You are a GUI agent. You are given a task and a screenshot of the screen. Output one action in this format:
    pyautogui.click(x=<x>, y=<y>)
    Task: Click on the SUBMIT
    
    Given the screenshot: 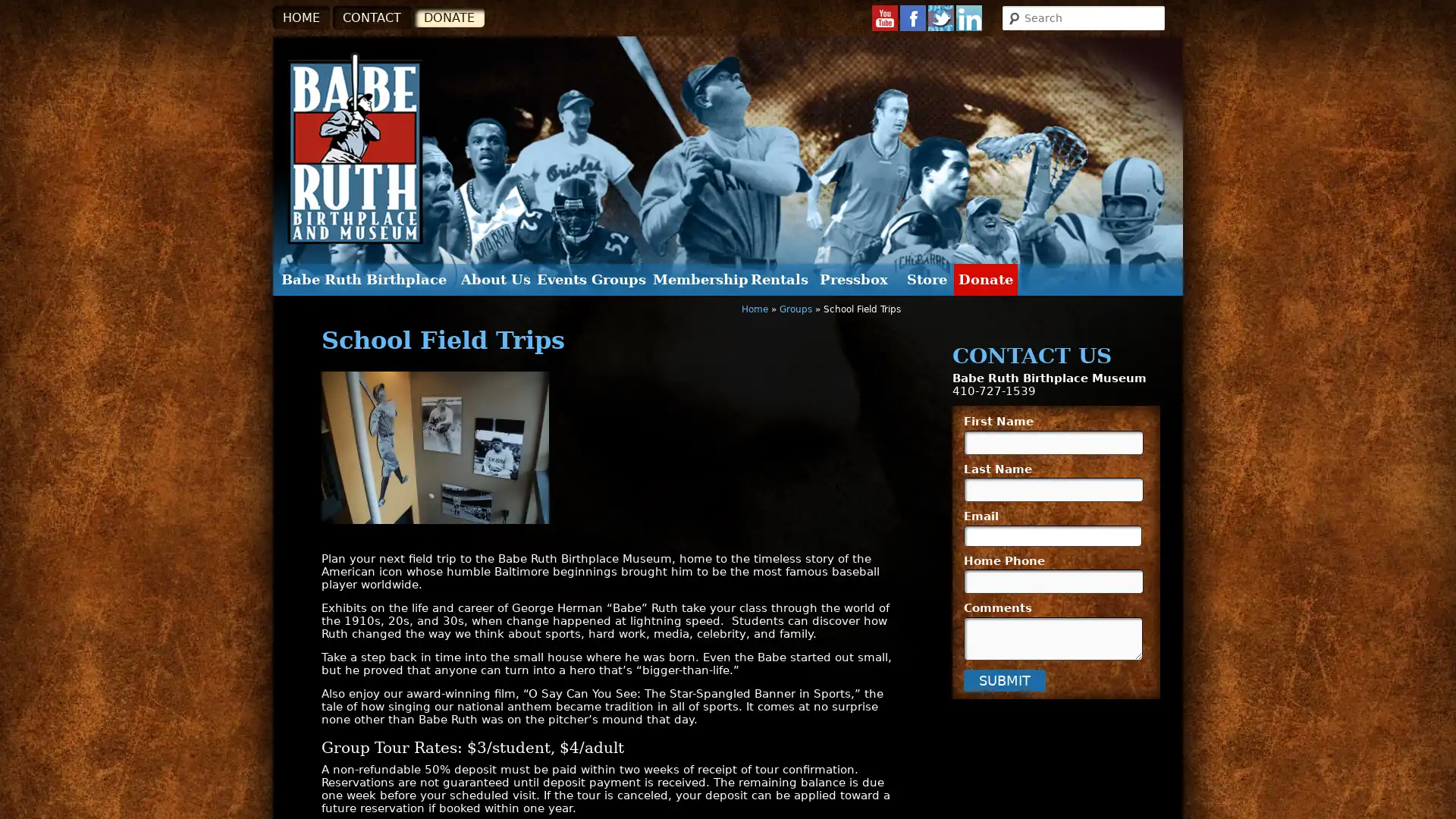 What is the action you would take?
    pyautogui.click(x=1004, y=679)
    